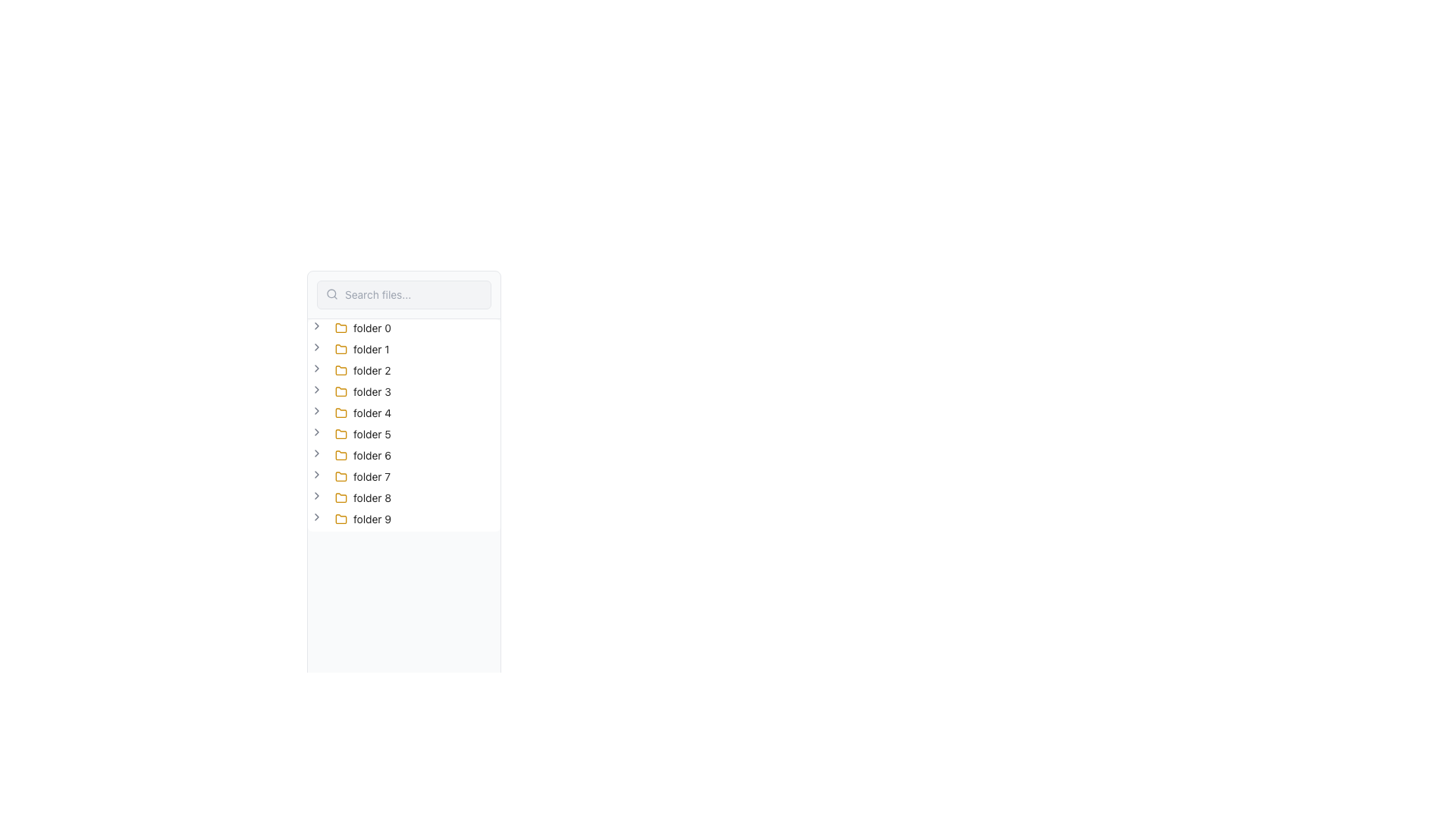  I want to click on the folder icon representing 'folder 3' in the file navigation panel, so click(340, 391).